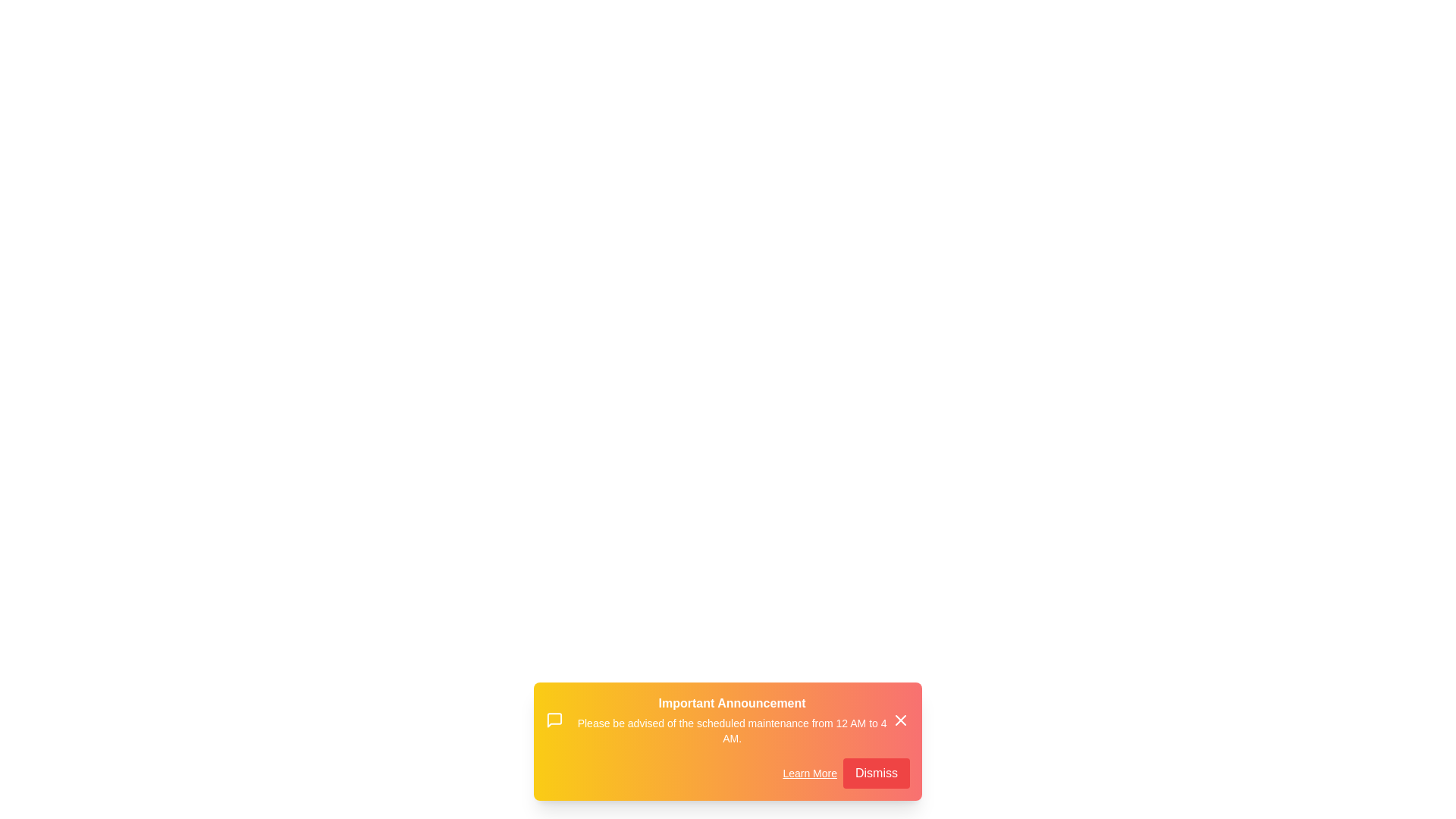 The width and height of the screenshot is (1456, 819). Describe the element at coordinates (877, 773) in the screenshot. I see `the red rounded button labeled 'Dismiss' located at the bottom-right corner of the notification card to observe any hover effects` at that location.